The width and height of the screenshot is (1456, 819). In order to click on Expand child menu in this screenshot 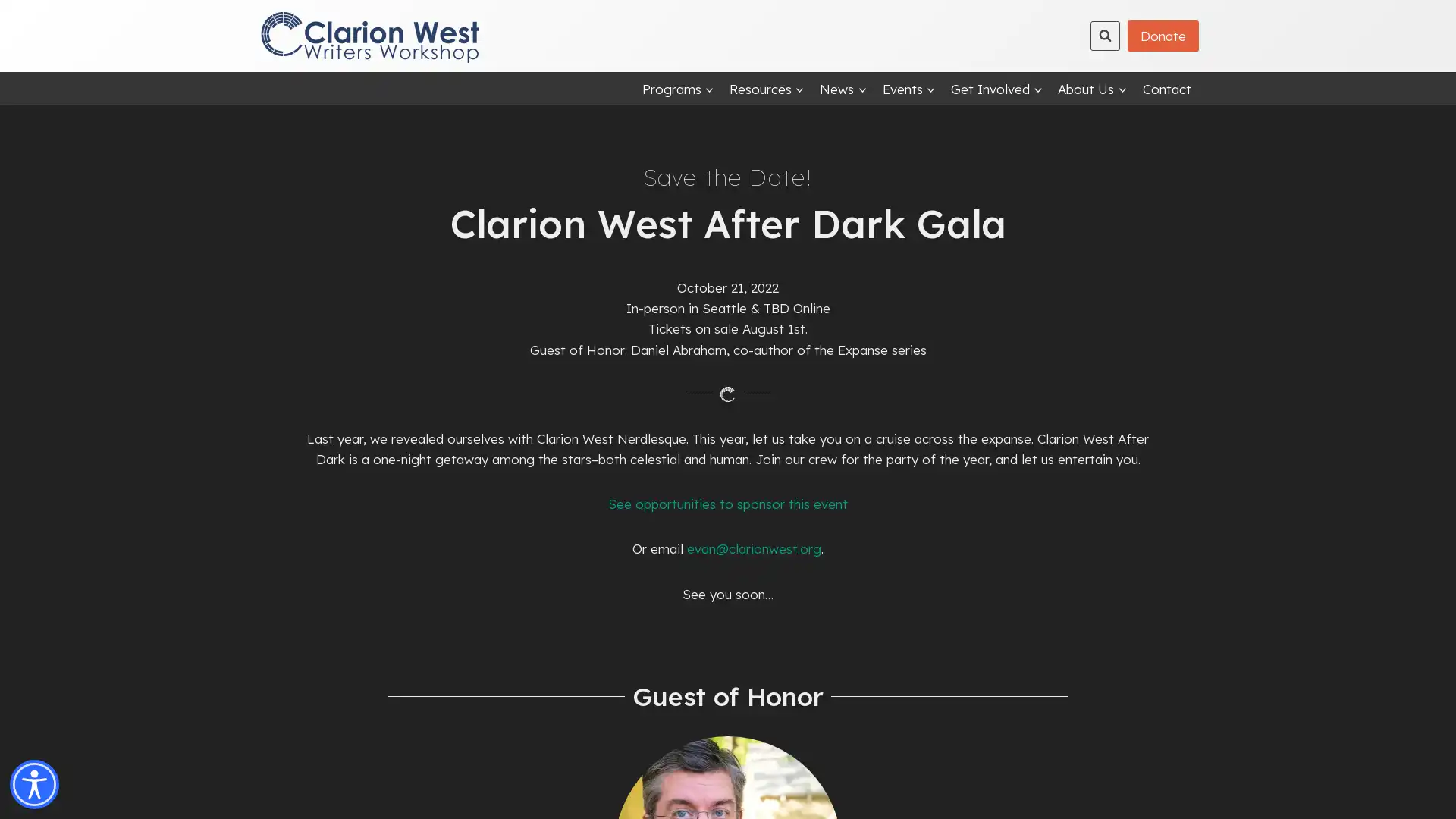, I will do `click(843, 88)`.